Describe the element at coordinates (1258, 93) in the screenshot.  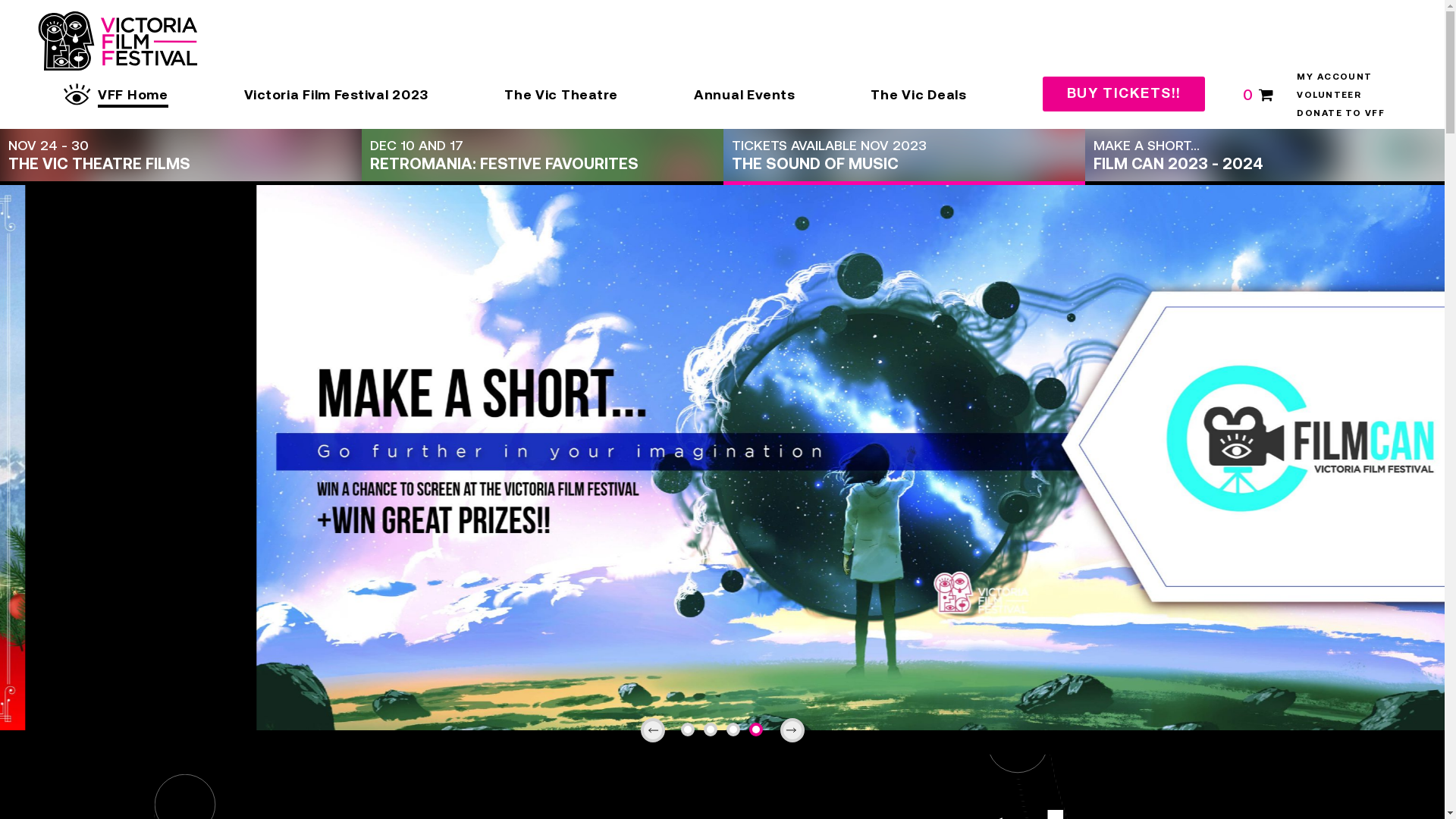
I see `'0'` at that location.